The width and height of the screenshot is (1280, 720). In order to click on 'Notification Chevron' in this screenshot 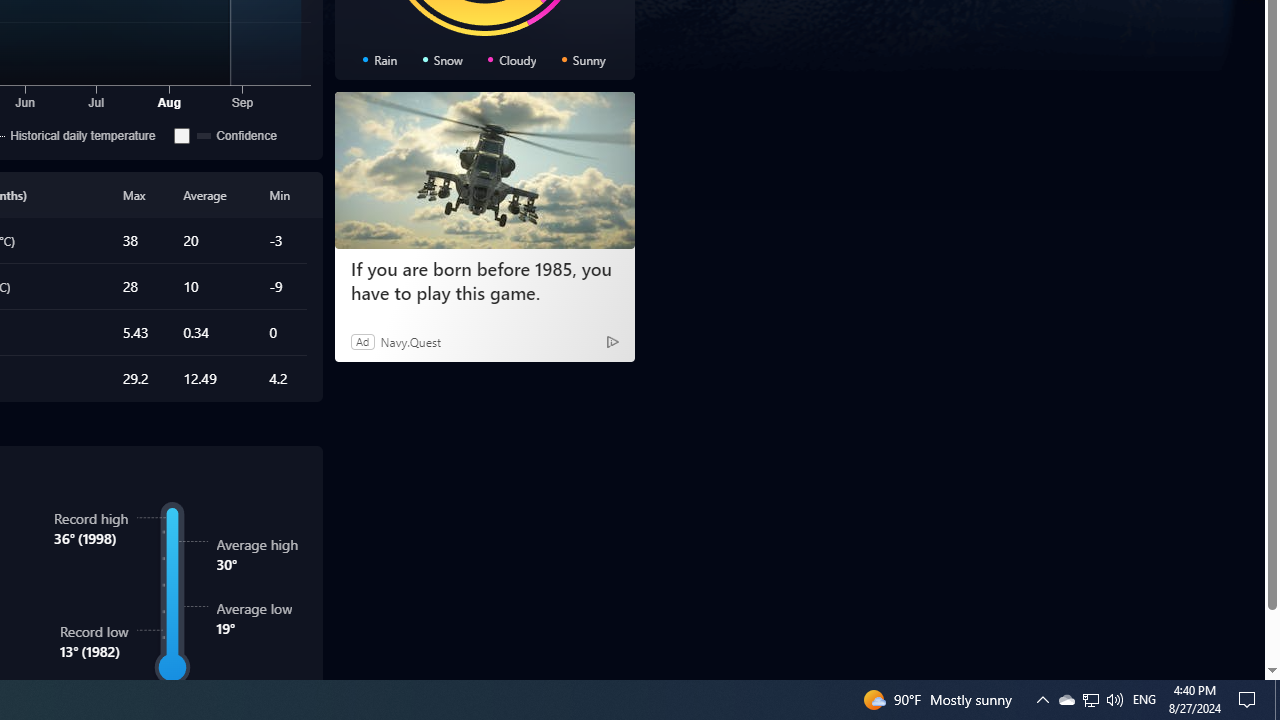, I will do `click(1089, 698)`.